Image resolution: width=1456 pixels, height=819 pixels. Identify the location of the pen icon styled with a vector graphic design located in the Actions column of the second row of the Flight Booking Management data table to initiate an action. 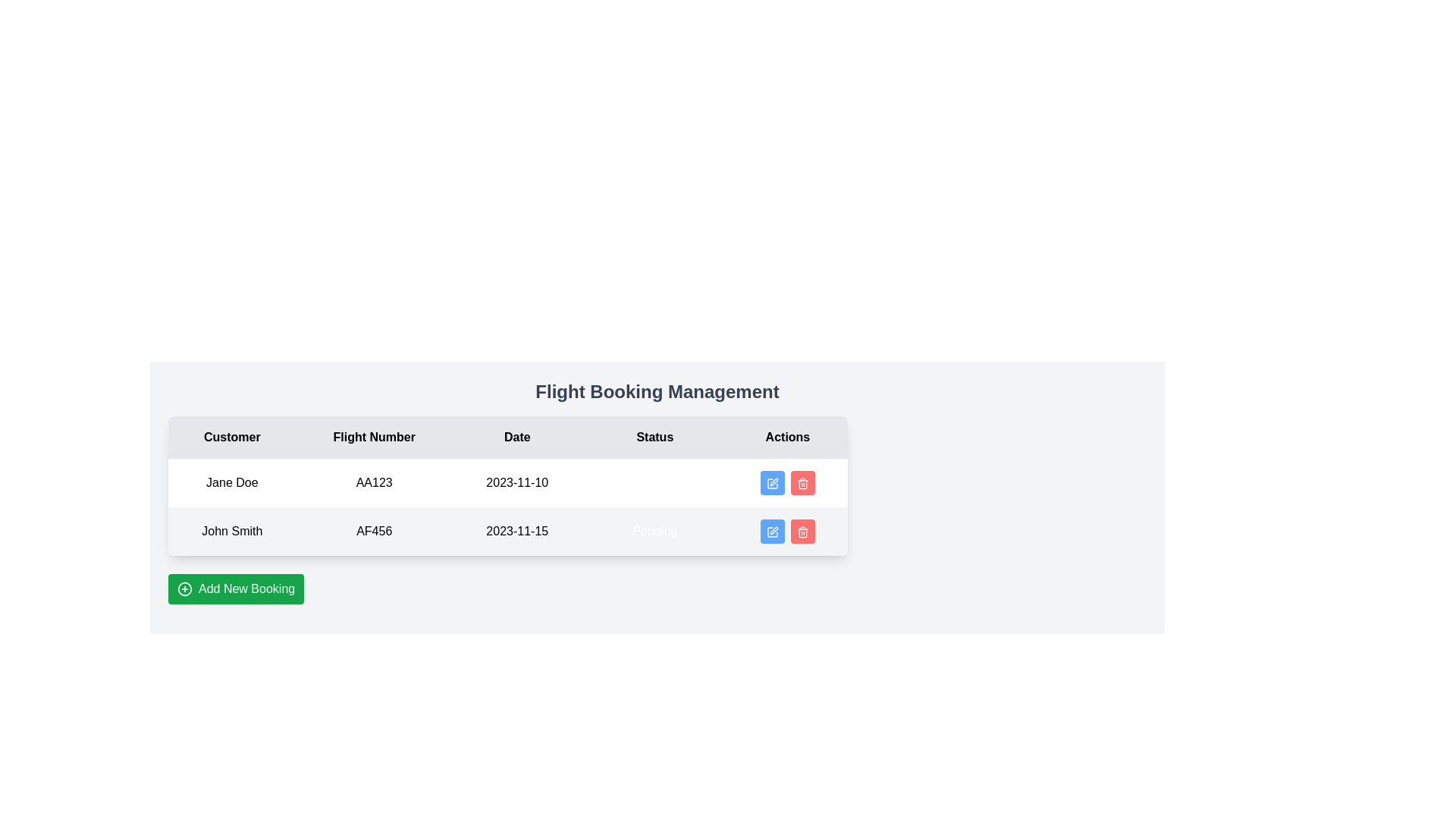
(773, 482).